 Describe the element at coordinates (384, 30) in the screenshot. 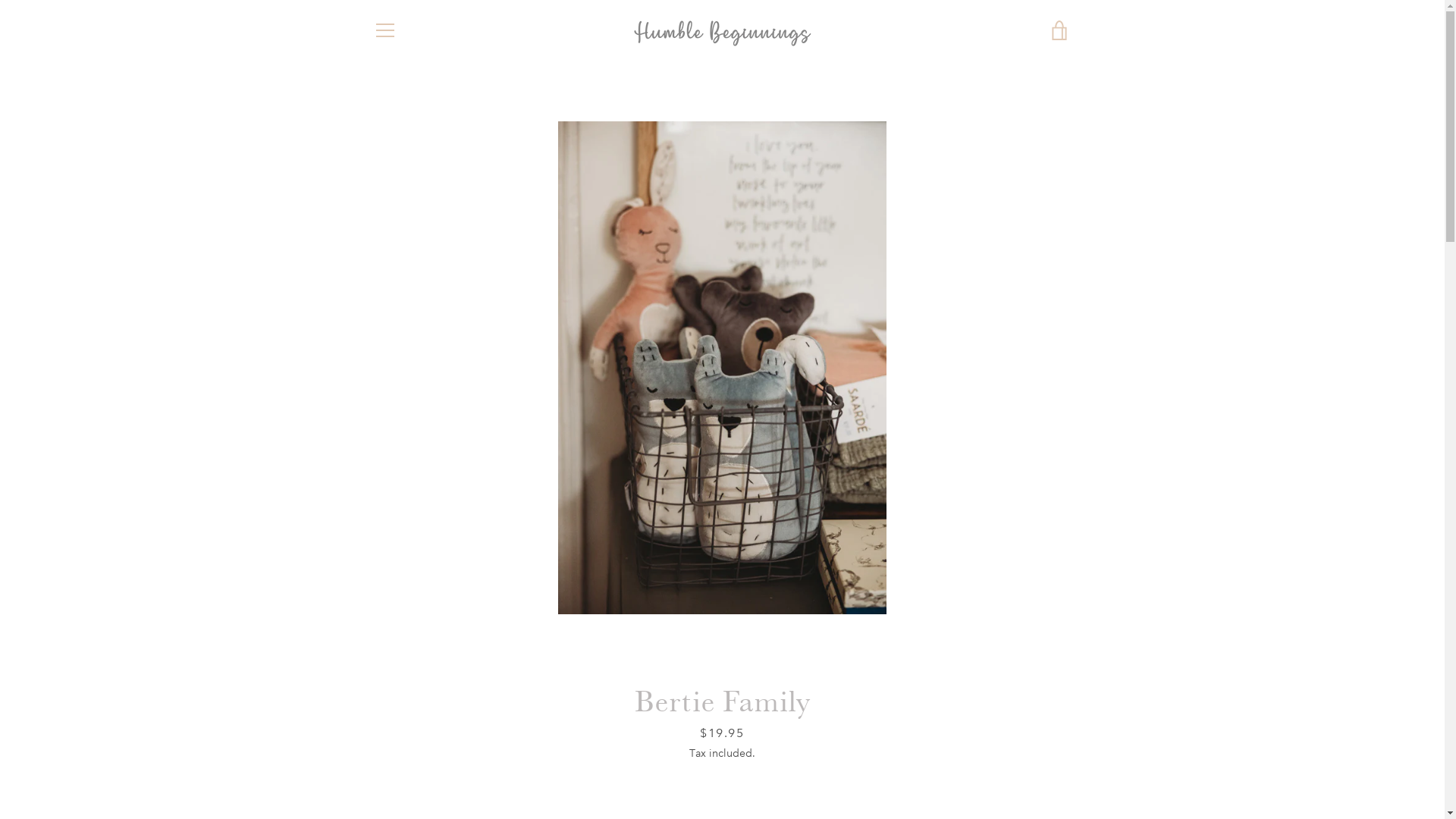

I see `'MENU'` at that location.